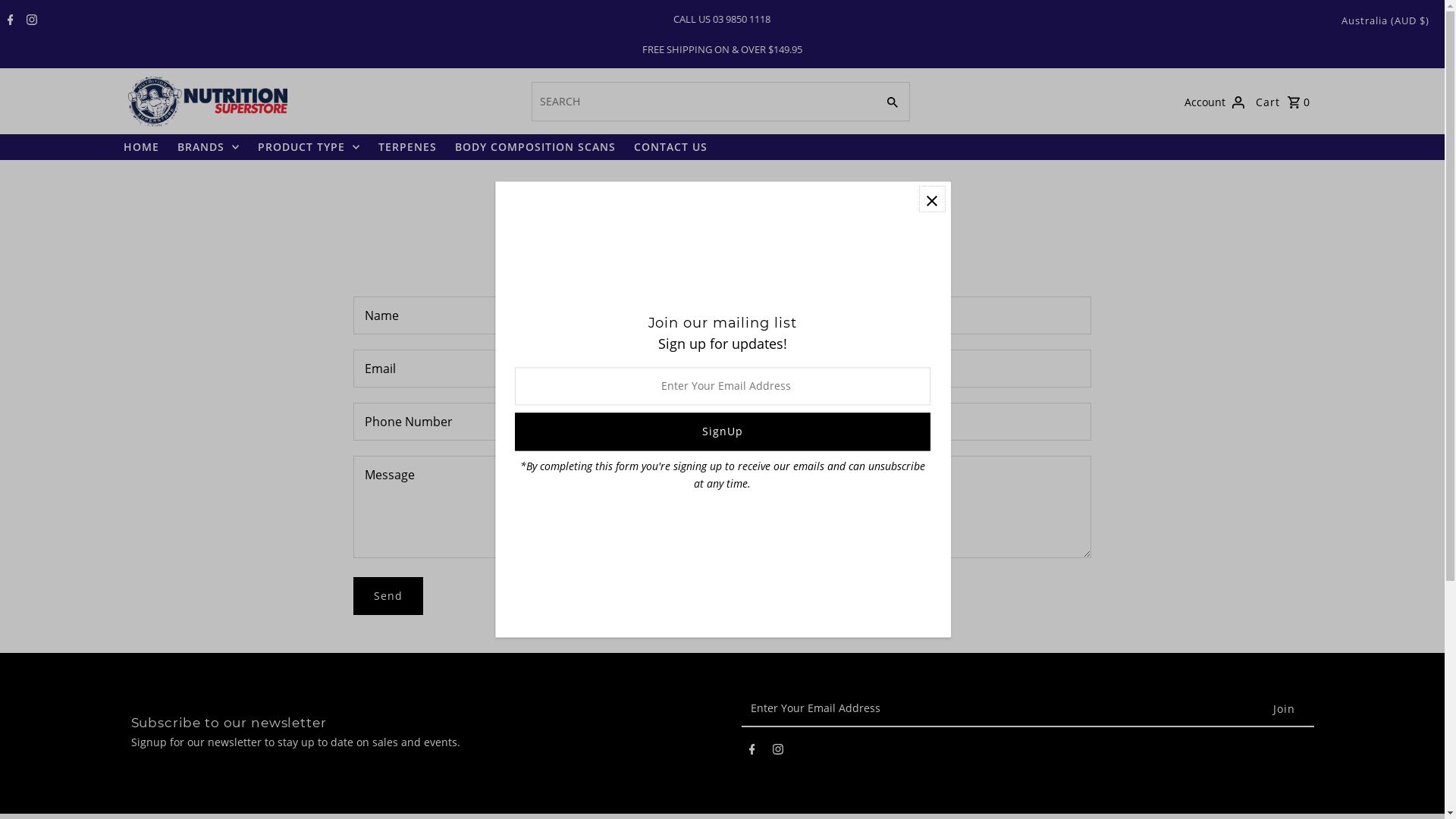  Describe the element at coordinates (720, 432) in the screenshot. I see `'SignUp'` at that location.